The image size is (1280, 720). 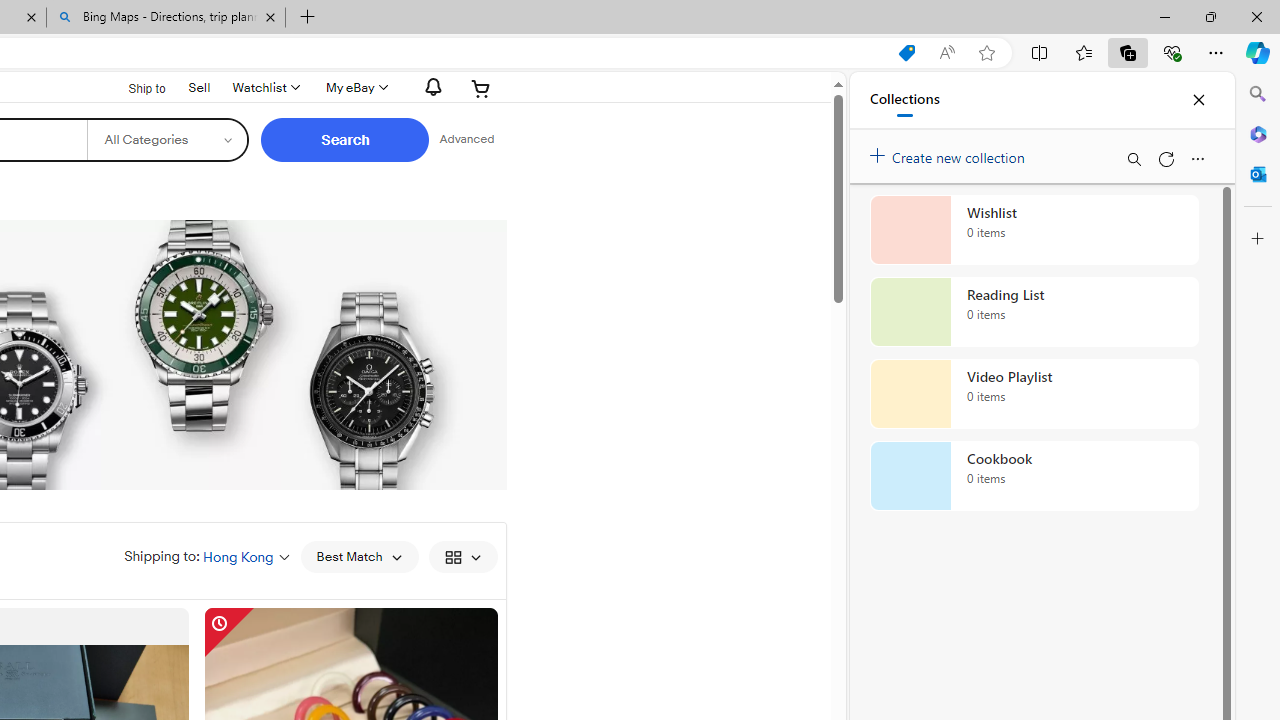 What do you see at coordinates (133, 88) in the screenshot?
I see `'Ship to'` at bounding box center [133, 88].